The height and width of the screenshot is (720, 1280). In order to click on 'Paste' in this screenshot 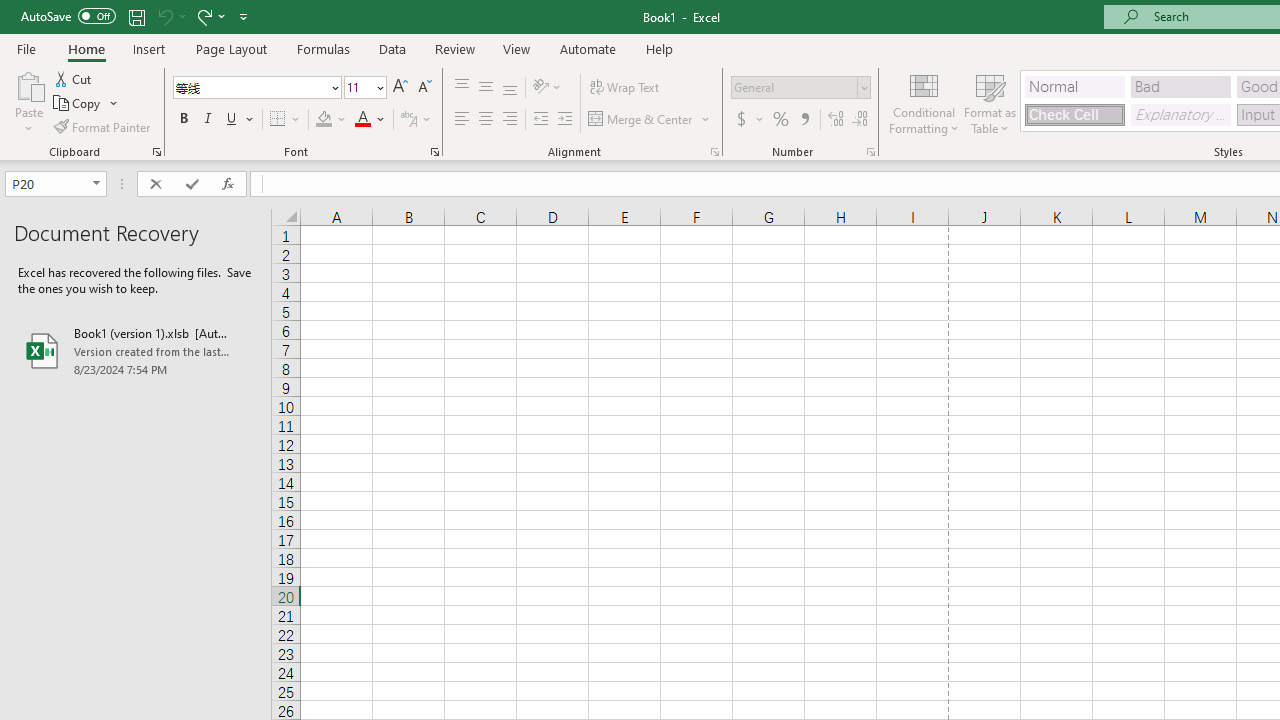, I will do `click(28, 103)`.